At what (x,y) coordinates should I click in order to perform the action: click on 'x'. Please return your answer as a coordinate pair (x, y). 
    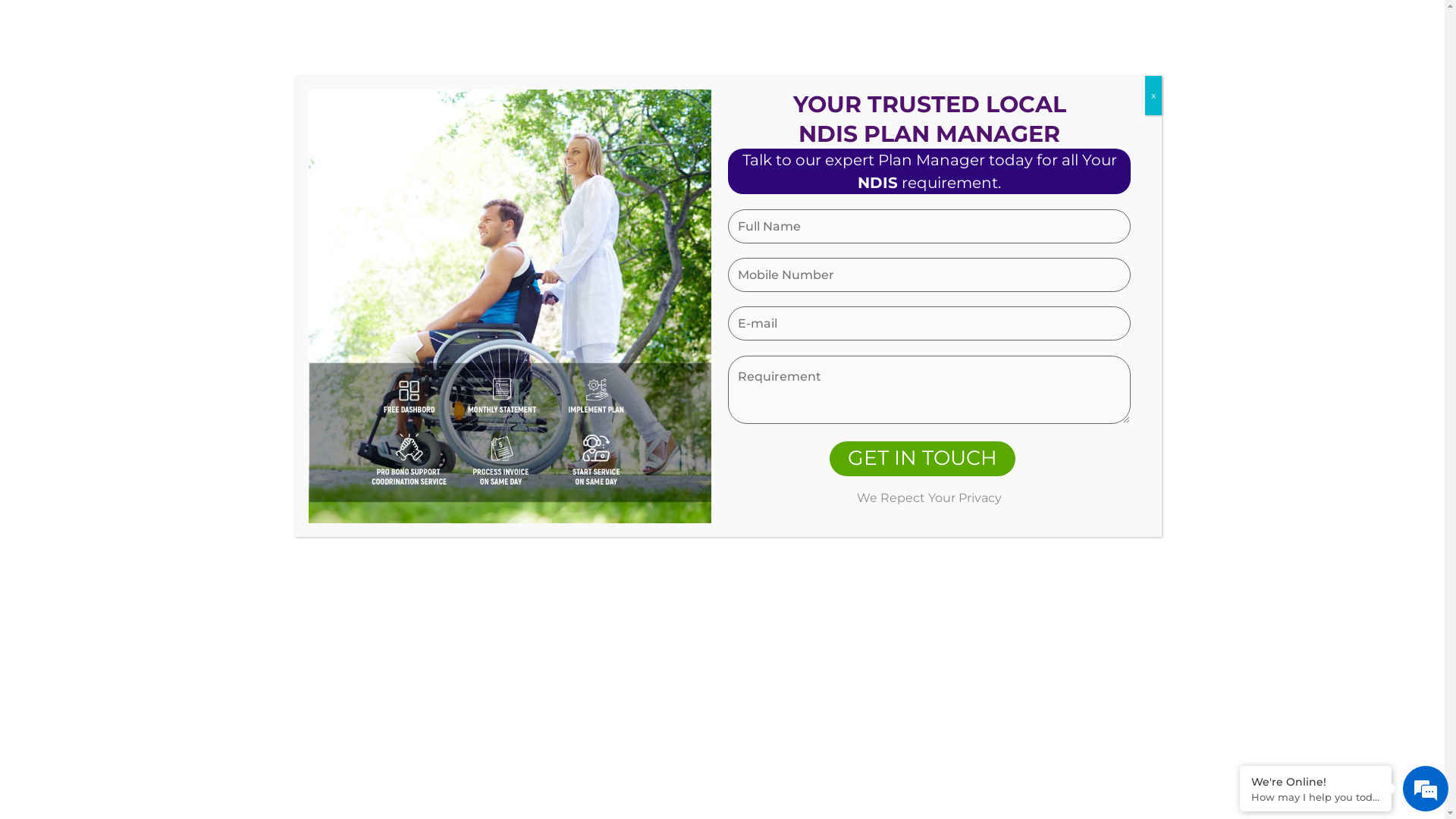
    Looking at the image, I should click on (1153, 96).